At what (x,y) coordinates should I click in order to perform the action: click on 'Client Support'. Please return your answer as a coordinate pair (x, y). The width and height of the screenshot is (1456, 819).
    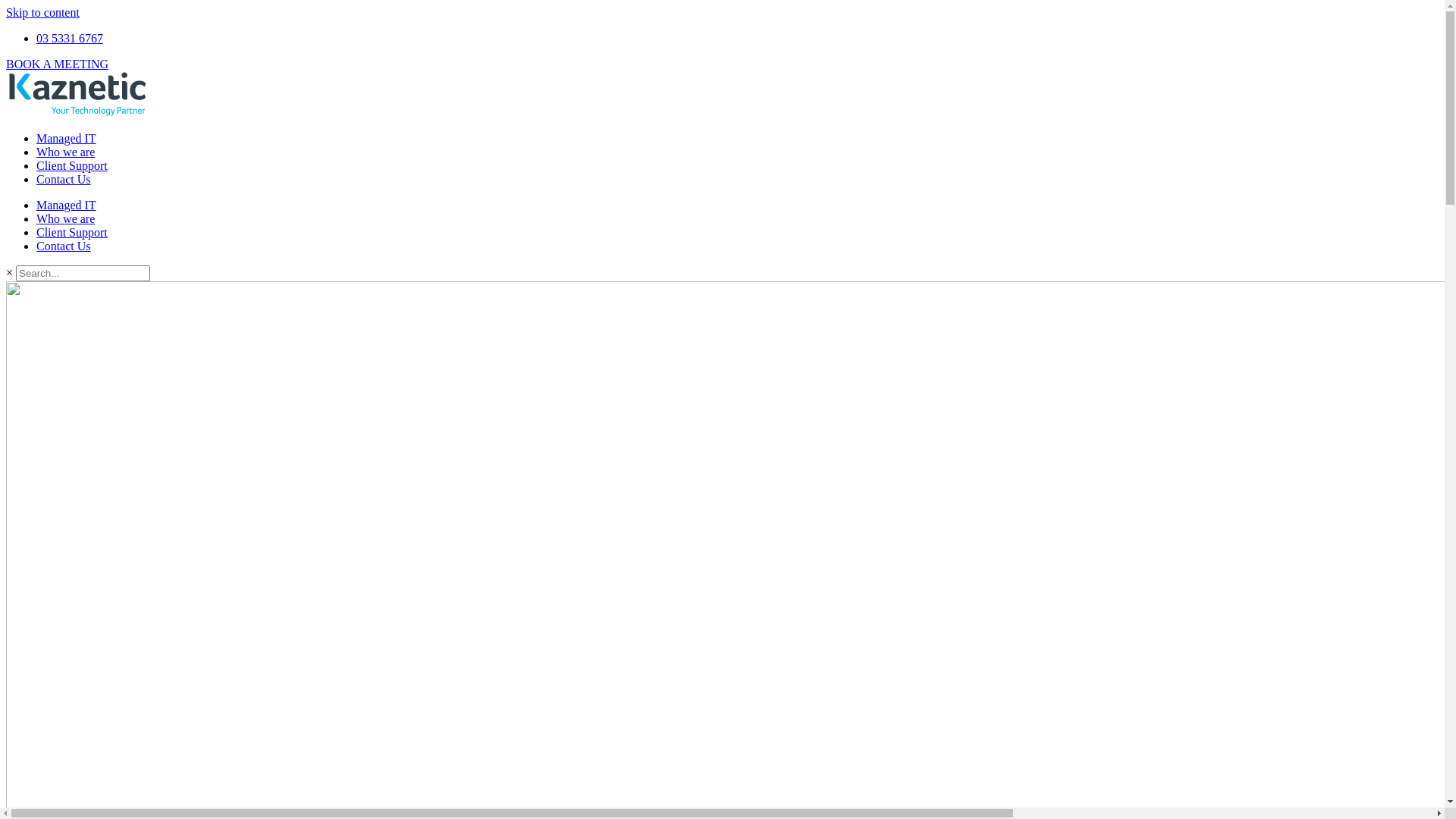
    Looking at the image, I should click on (71, 165).